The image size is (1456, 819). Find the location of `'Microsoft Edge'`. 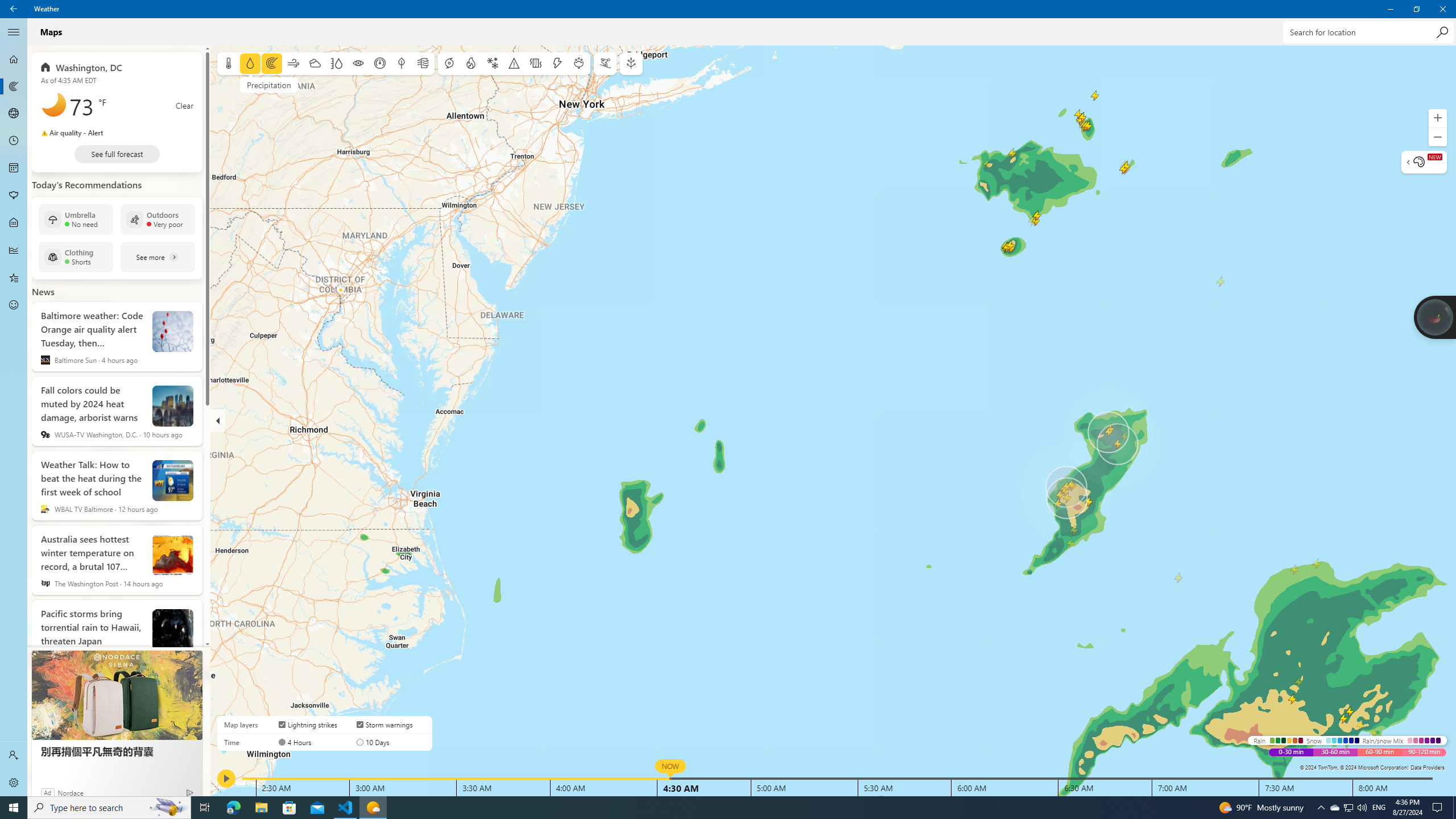

'Microsoft Edge' is located at coordinates (233, 806).